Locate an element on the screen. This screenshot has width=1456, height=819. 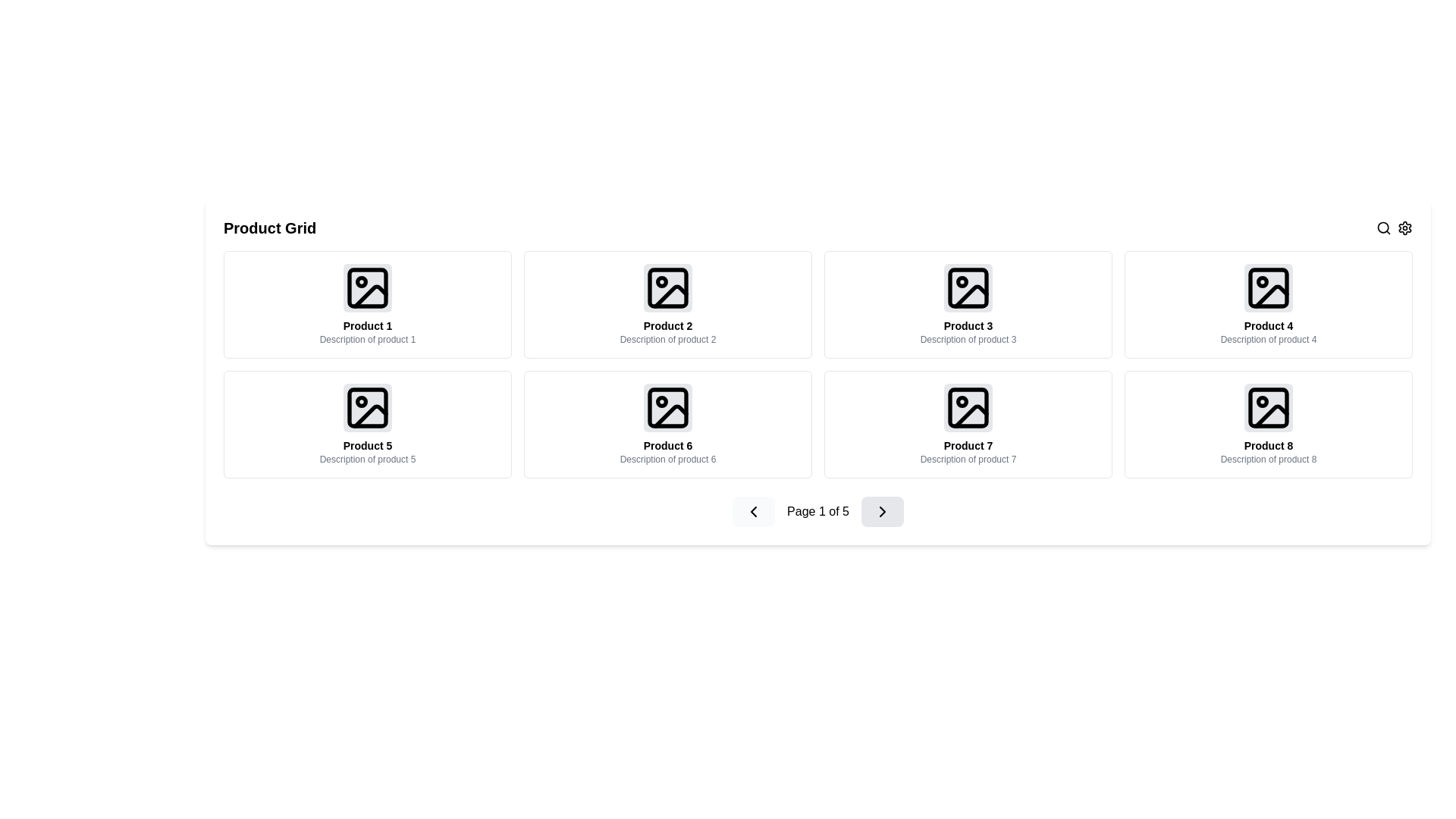
the icon of the third product card in the first row is located at coordinates (967, 304).